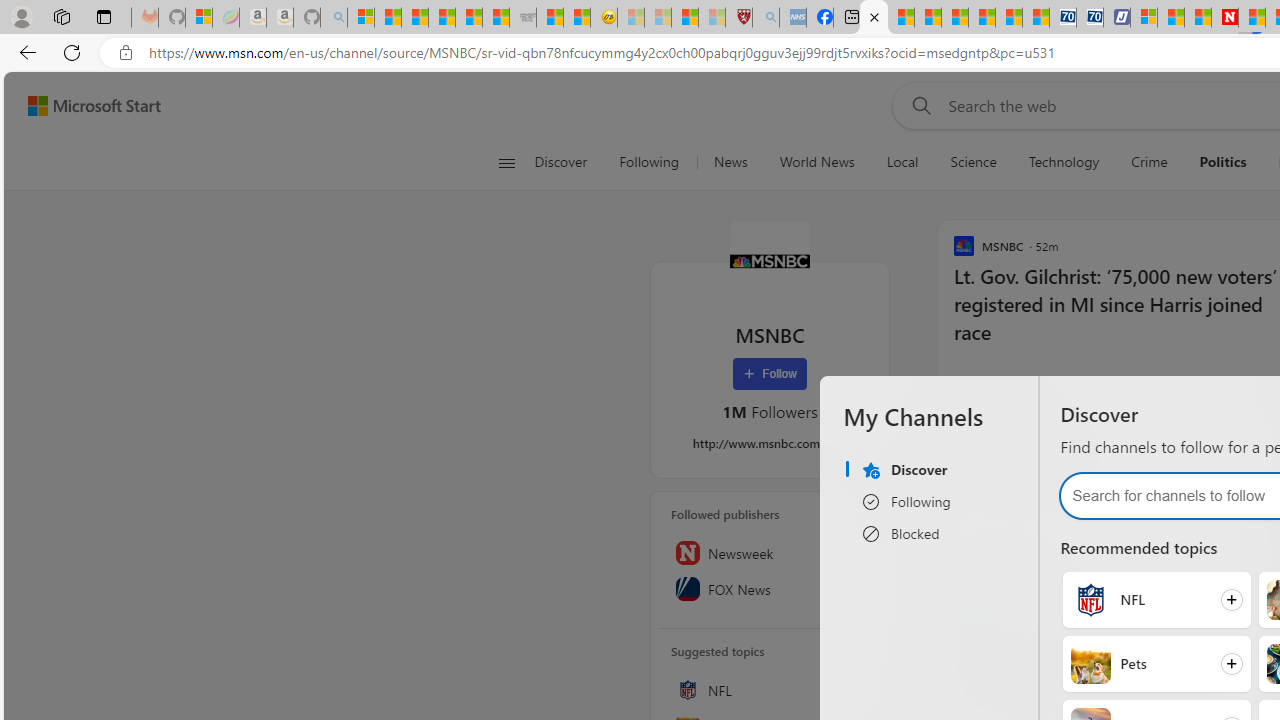 The width and height of the screenshot is (1280, 720). What do you see at coordinates (729, 162) in the screenshot?
I see `'News'` at bounding box center [729, 162].